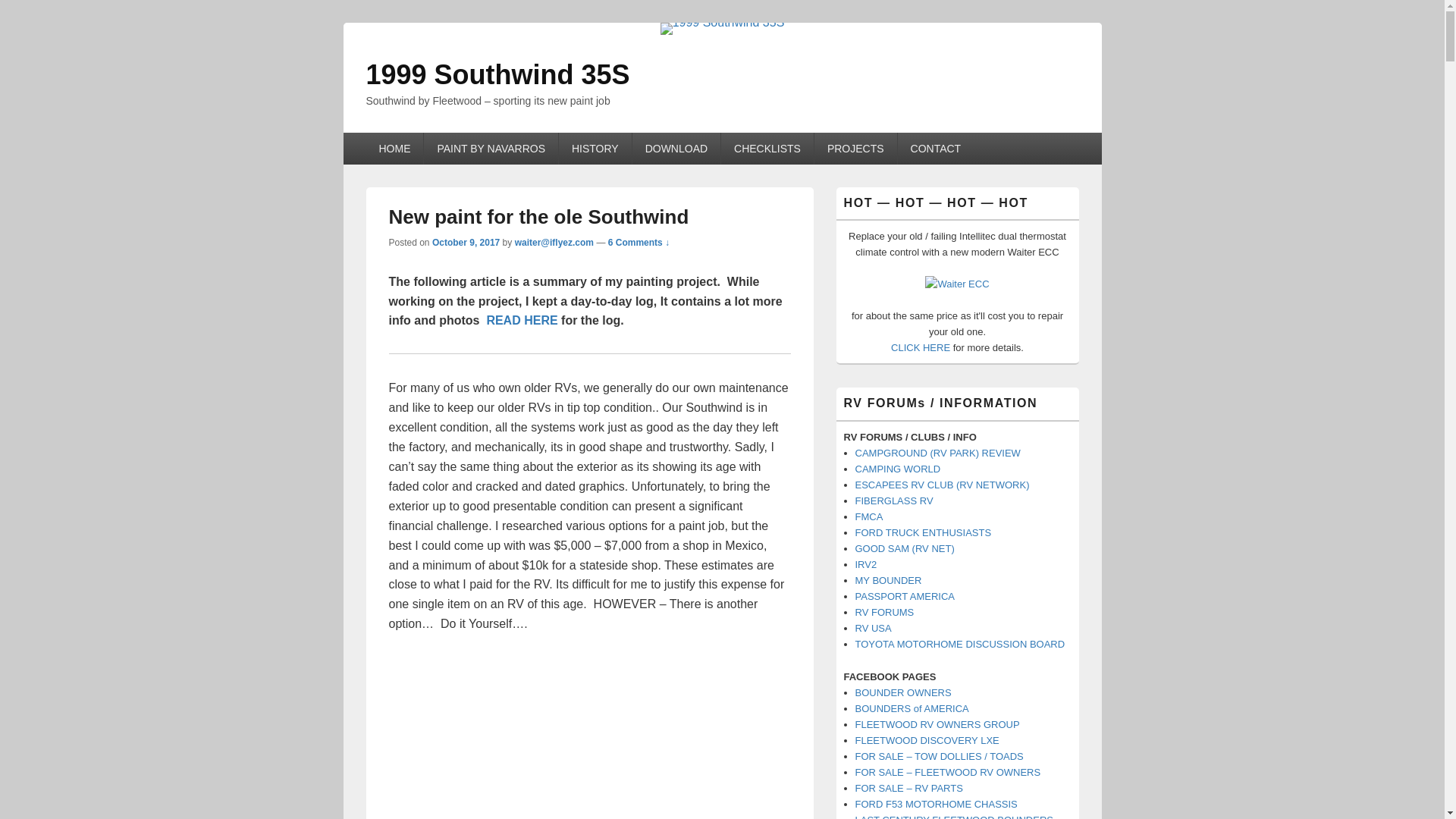 Image resolution: width=1456 pixels, height=819 pixels. What do you see at coordinates (923, 532) in the screenshot?
I see `'FORD TRUCK ENTHUSIASTS'` at bounding box center [923, 532].